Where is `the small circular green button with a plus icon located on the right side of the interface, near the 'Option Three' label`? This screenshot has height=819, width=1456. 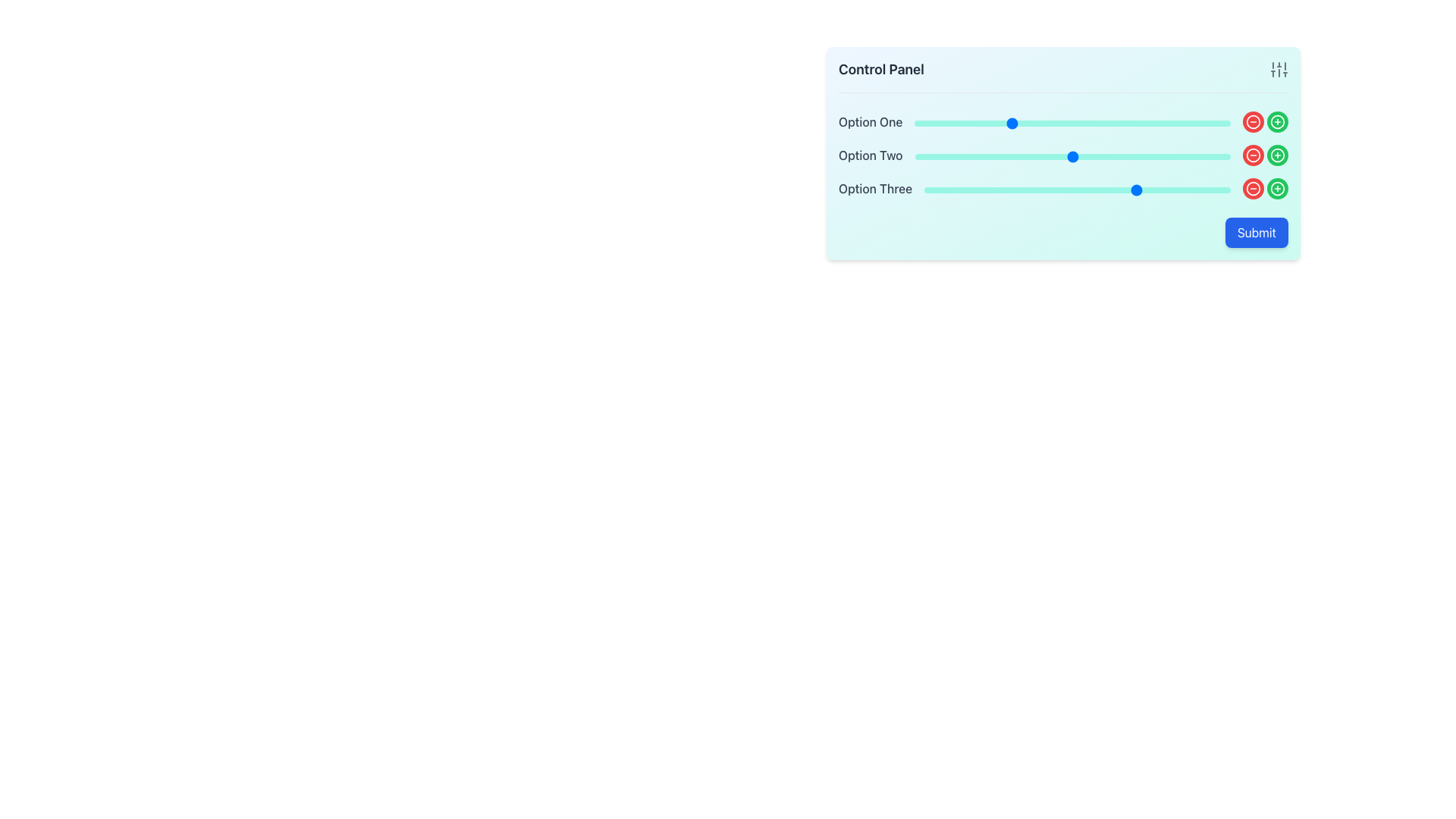
the small circular green button with a plus icon located on the right side of the interface, near the 'Option Three' label is located at coordinates (1276, 121).